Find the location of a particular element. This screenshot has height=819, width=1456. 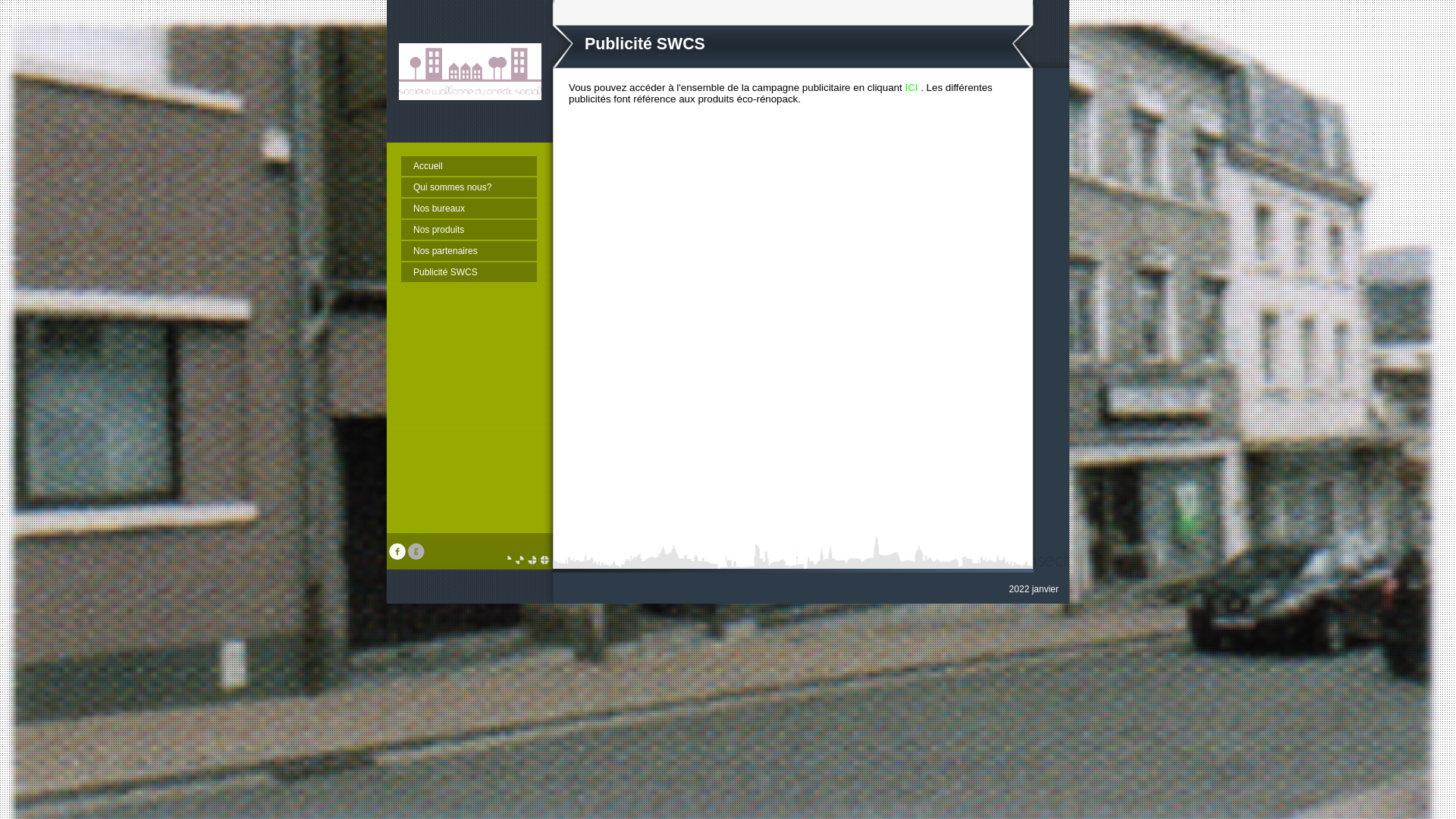

'cliquant ICI .' is located at coordinates (895, 87).